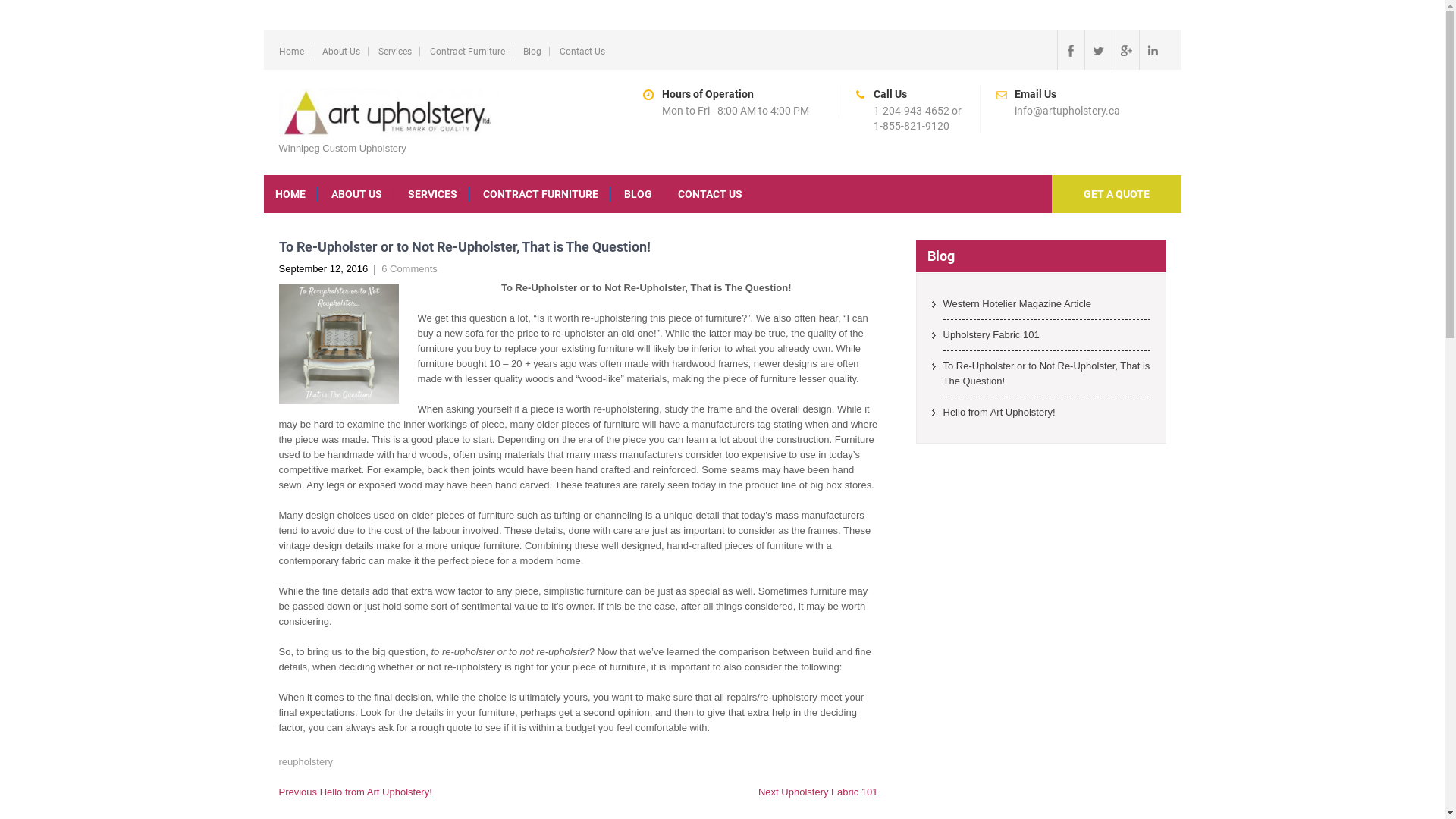  I want to click on 'SERVICES', so click(431, 193).